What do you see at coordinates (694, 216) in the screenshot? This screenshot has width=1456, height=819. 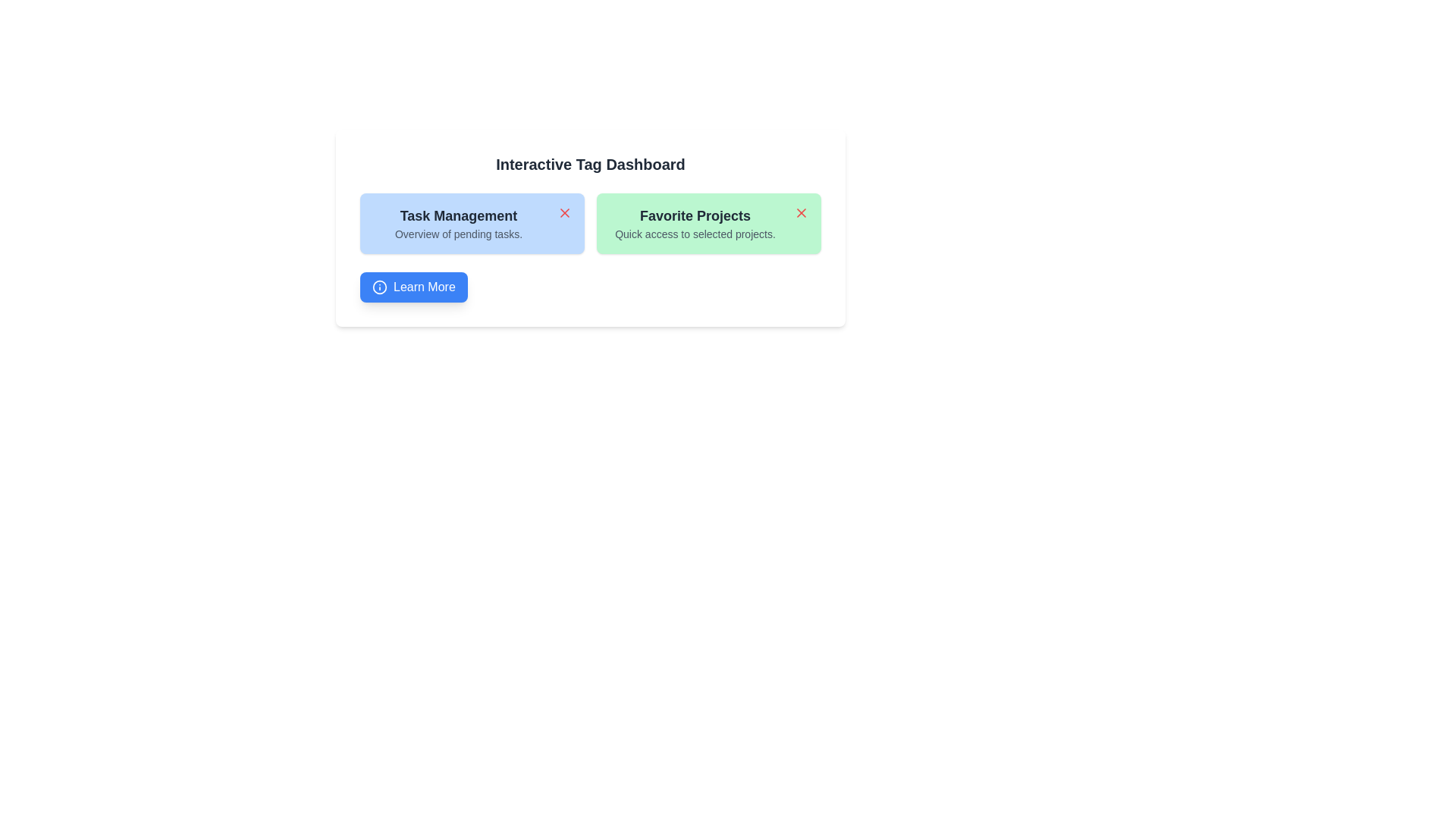 I see `text content of the Text Label that serves as the title for the 'Favorite Projects' section, located in the top-left corner of the mint green card layout` at bounding box center [694, 216].